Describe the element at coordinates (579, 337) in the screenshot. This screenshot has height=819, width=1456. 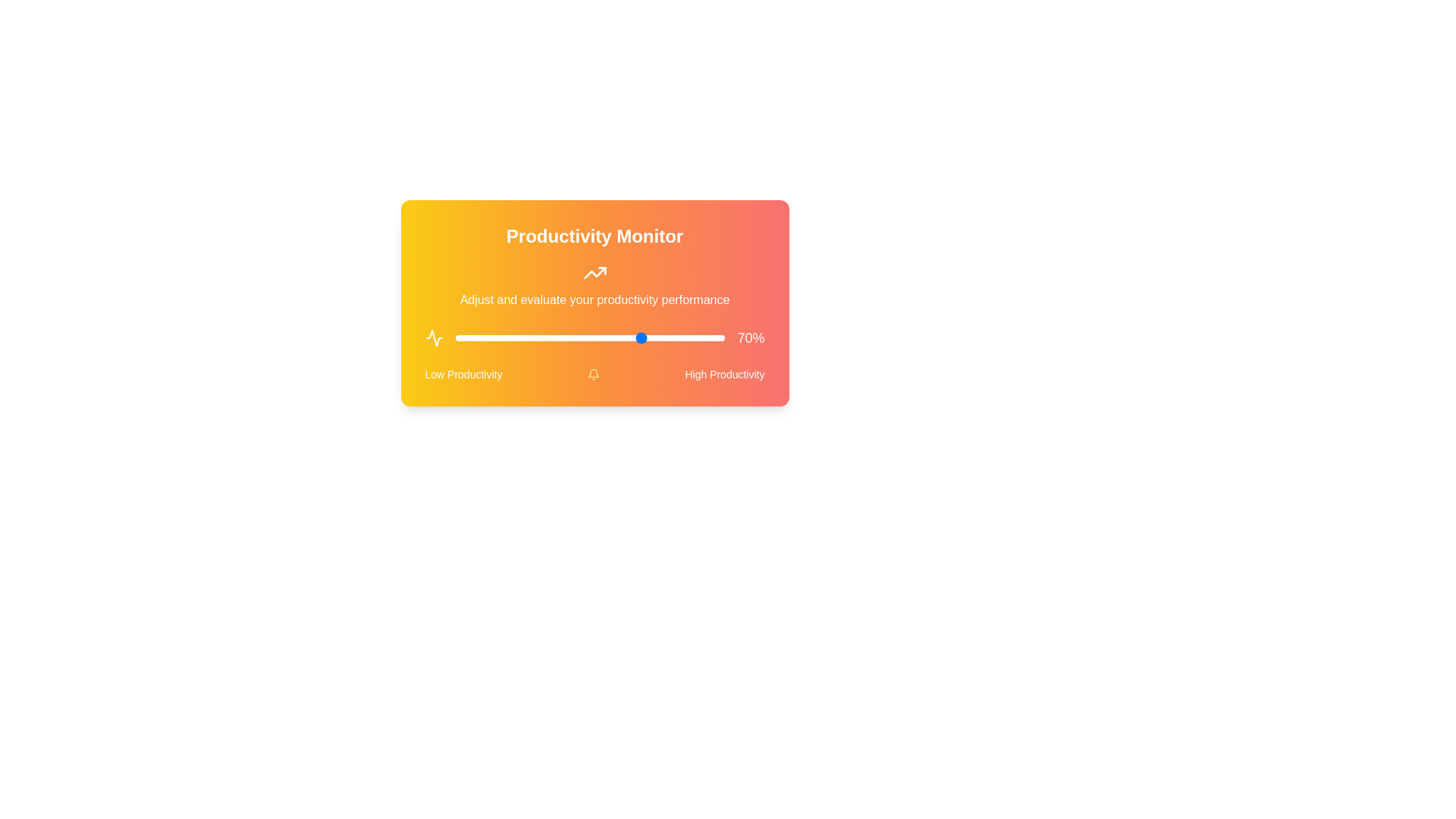
I see `the slider to set the productivity value to 46` at that location.